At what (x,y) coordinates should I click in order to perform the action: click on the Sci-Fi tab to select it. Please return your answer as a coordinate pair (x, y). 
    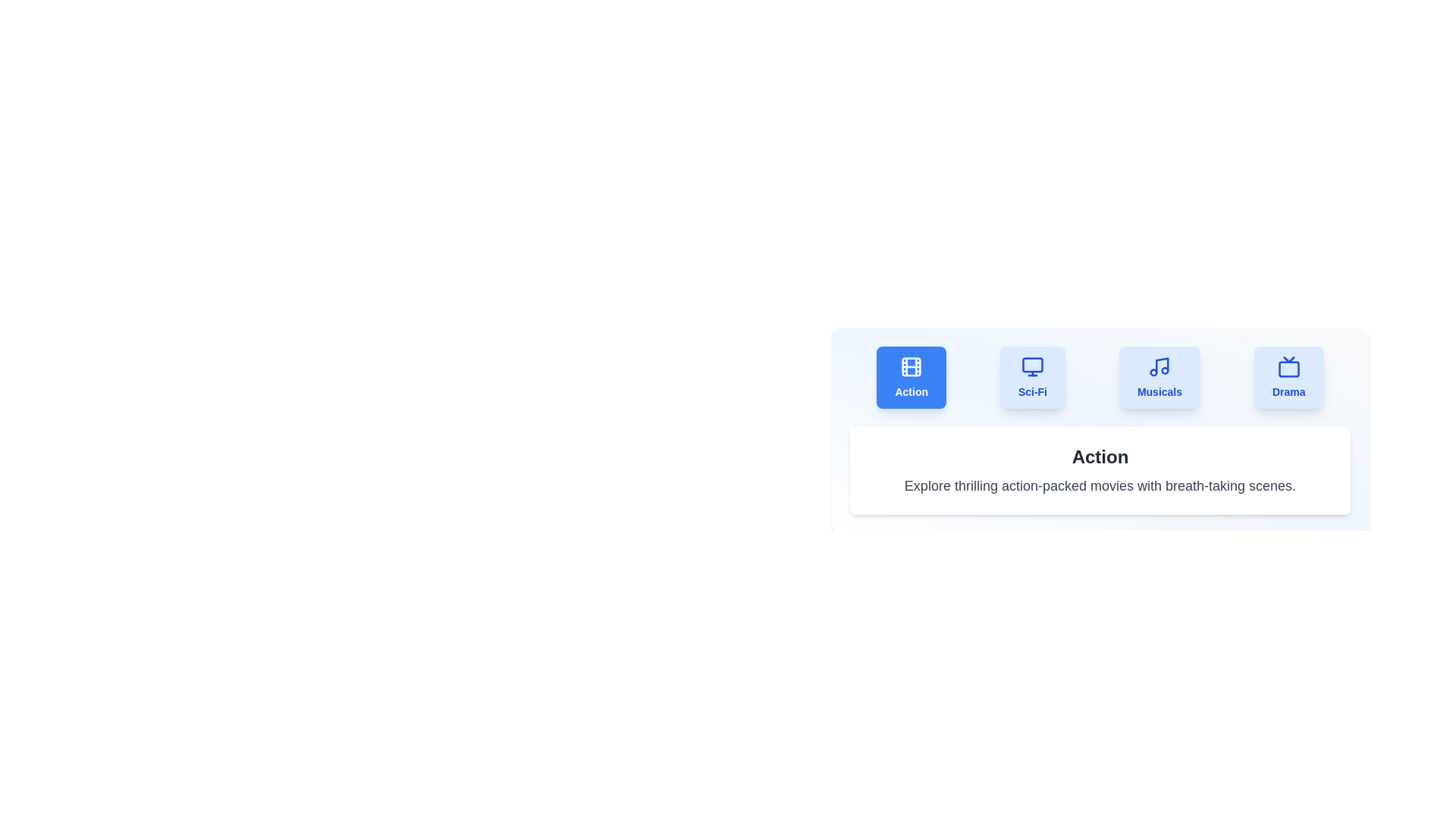
    Looking at the image, I should click on (1031, 376).